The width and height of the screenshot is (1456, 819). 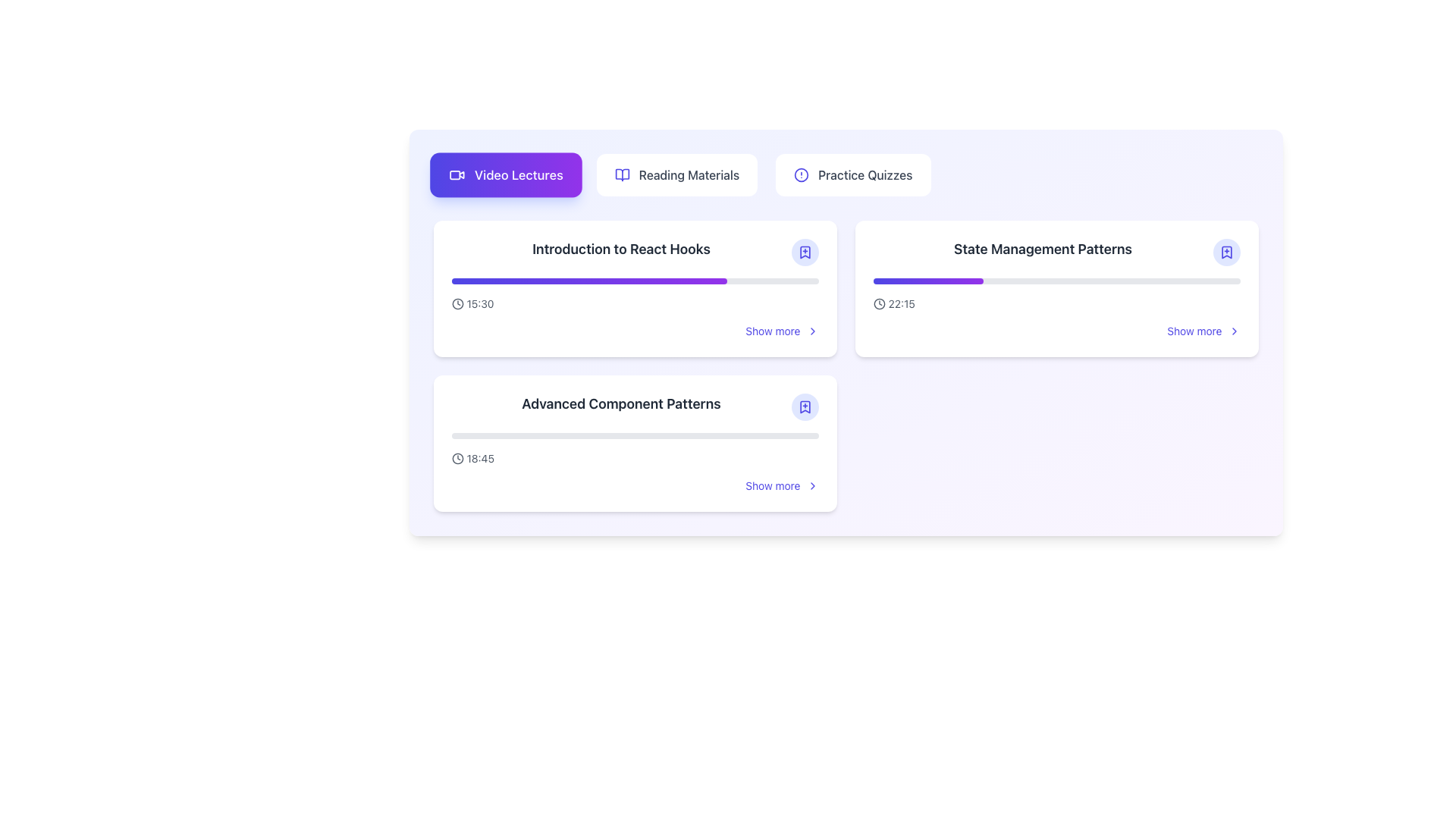 I want to click on the 'Show more' link located at the bottom-right corner of the panel for 'State Management Patterns', so click(x=1203, y=330).